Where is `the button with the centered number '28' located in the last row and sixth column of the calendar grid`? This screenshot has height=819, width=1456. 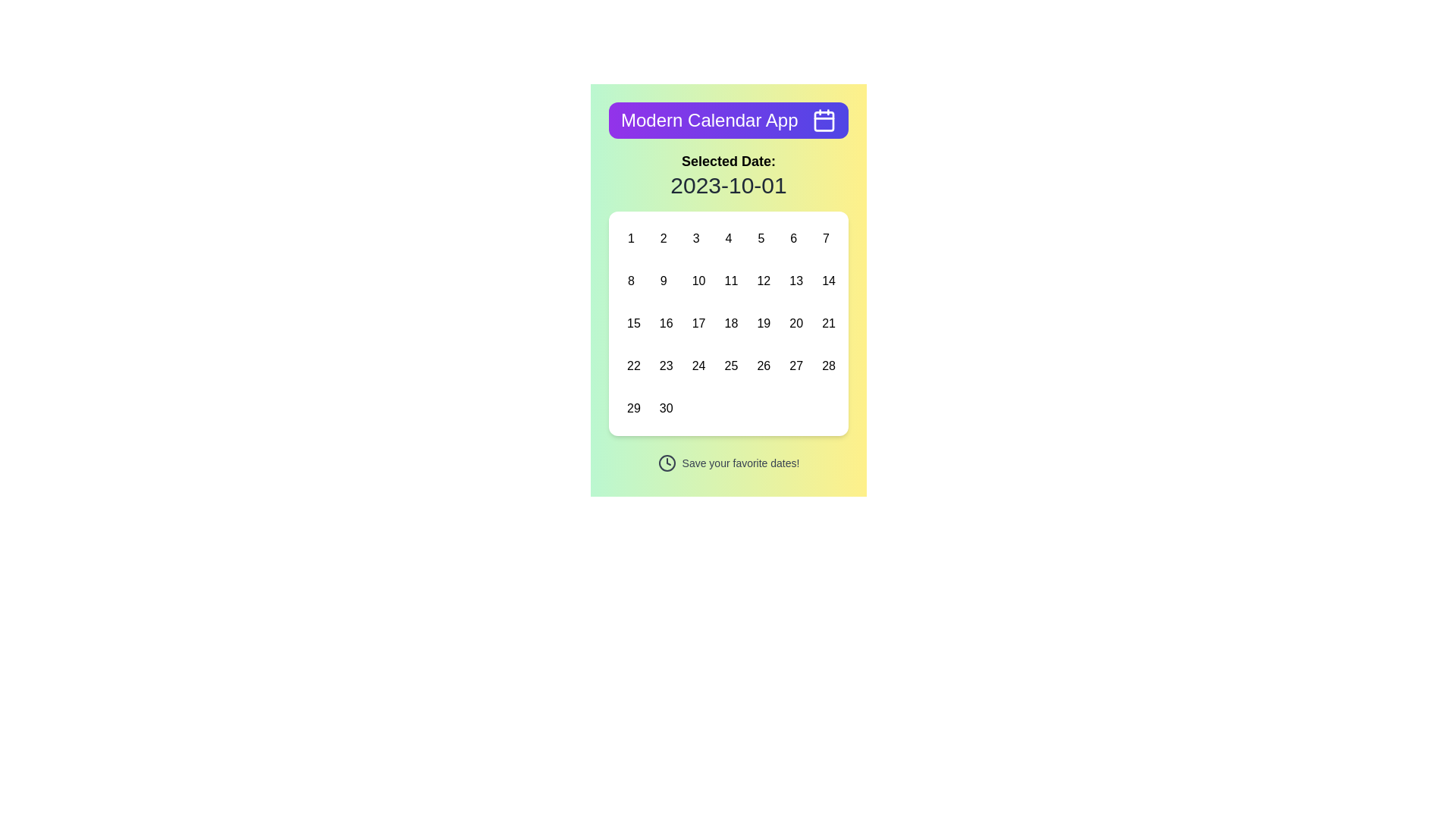 the button with the centered number '28' located in the last row and sixth column of the calendar grid is located at coordinates (825, 366).